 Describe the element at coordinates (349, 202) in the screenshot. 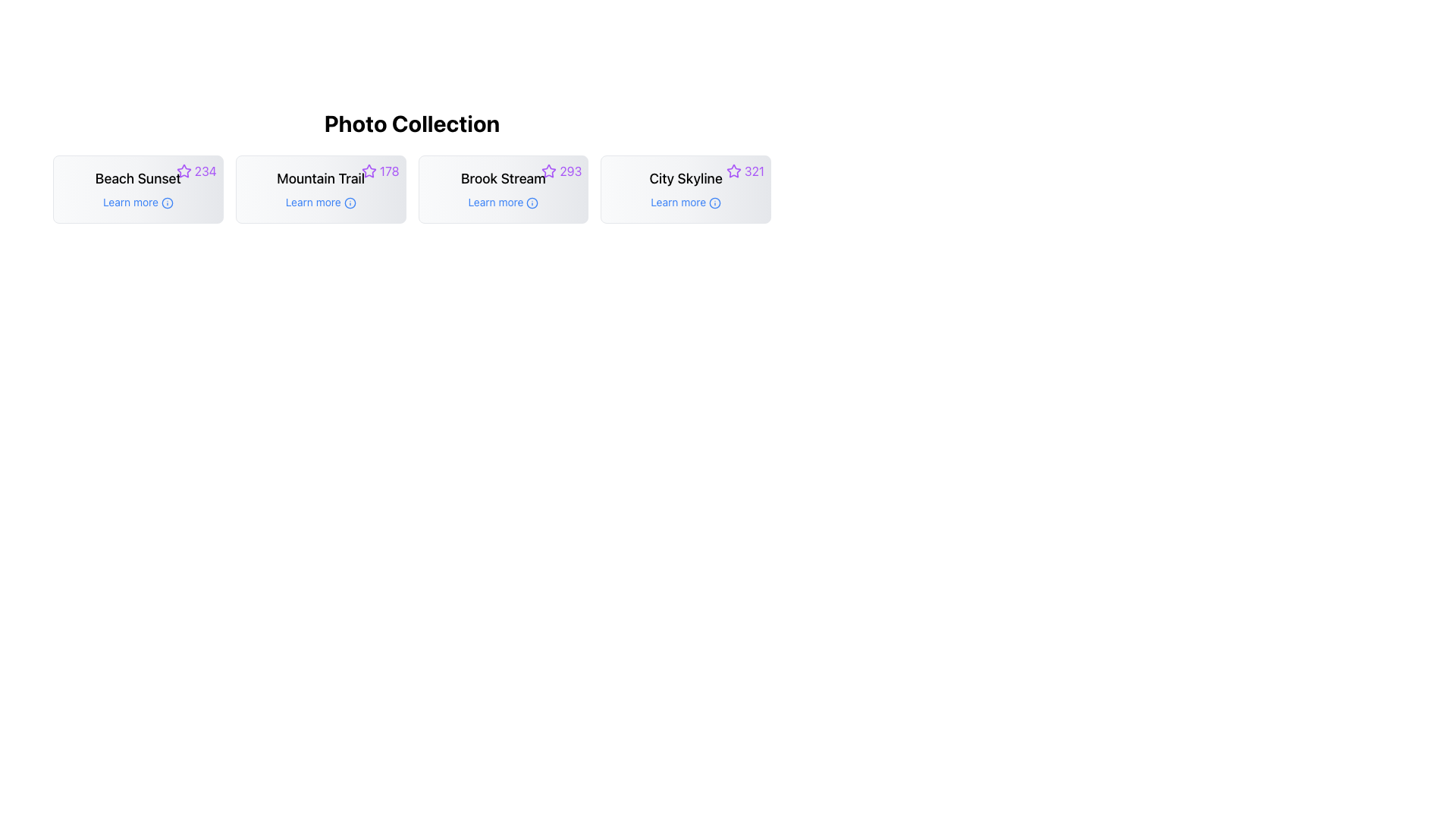

I see `the center circle of the 'i' shaped information icon located below the title 'Mountain Trail' in the second column of the photo collection grid` at that location.